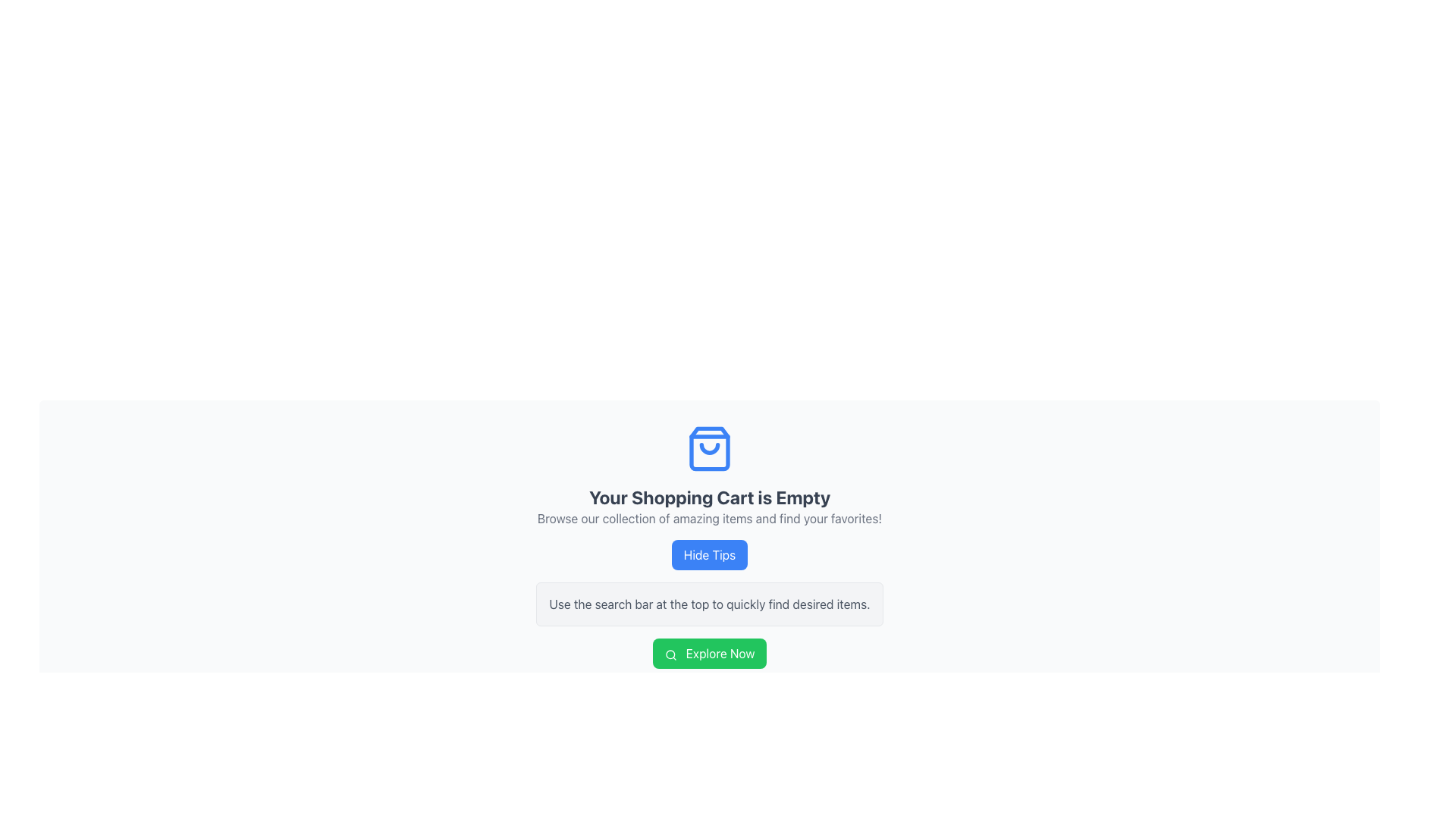  I want to click on the button at the bottom of the shopping cart interface to explore the collection of items, so click(709, 652).